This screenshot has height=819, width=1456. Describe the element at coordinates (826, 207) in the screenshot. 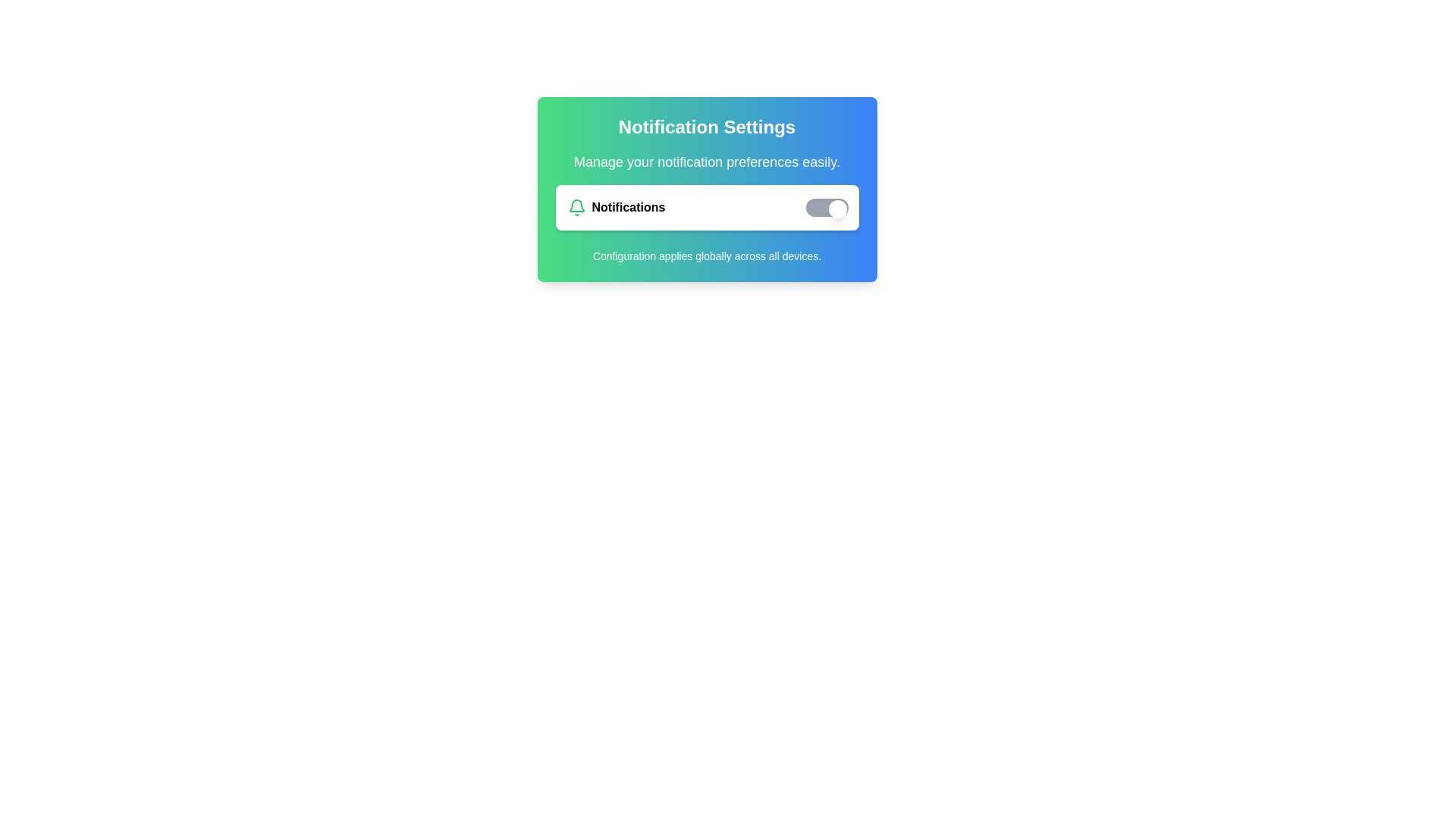

I see `the light gray rectangular toggle switch background with rounded ends in the notification settings card, located to the right of the 'Notifications' label and icon` at that location.